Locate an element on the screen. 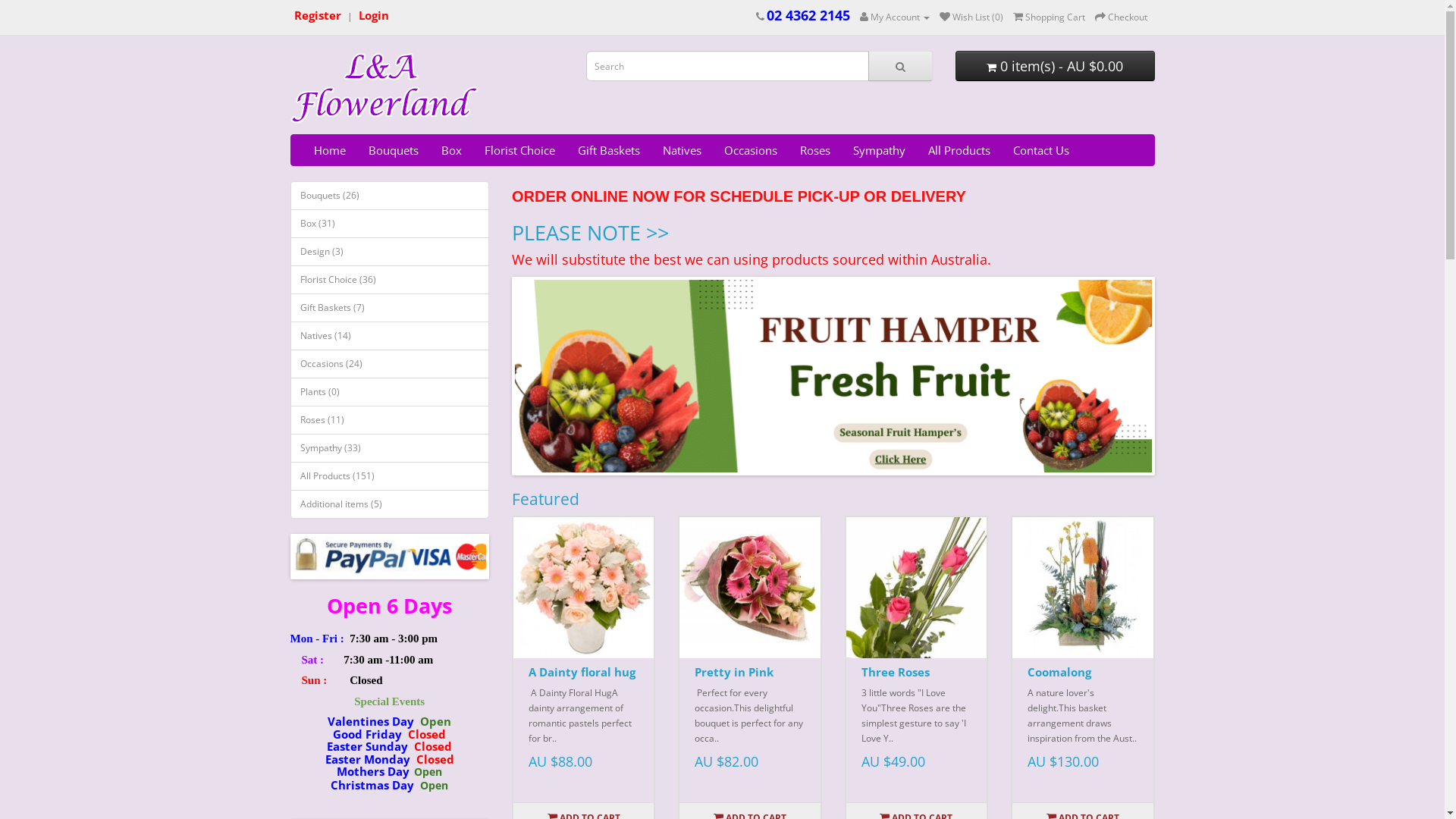 The image size is (1456, 819). 'Pretty in Pink' is located at coordinates (749, 586).